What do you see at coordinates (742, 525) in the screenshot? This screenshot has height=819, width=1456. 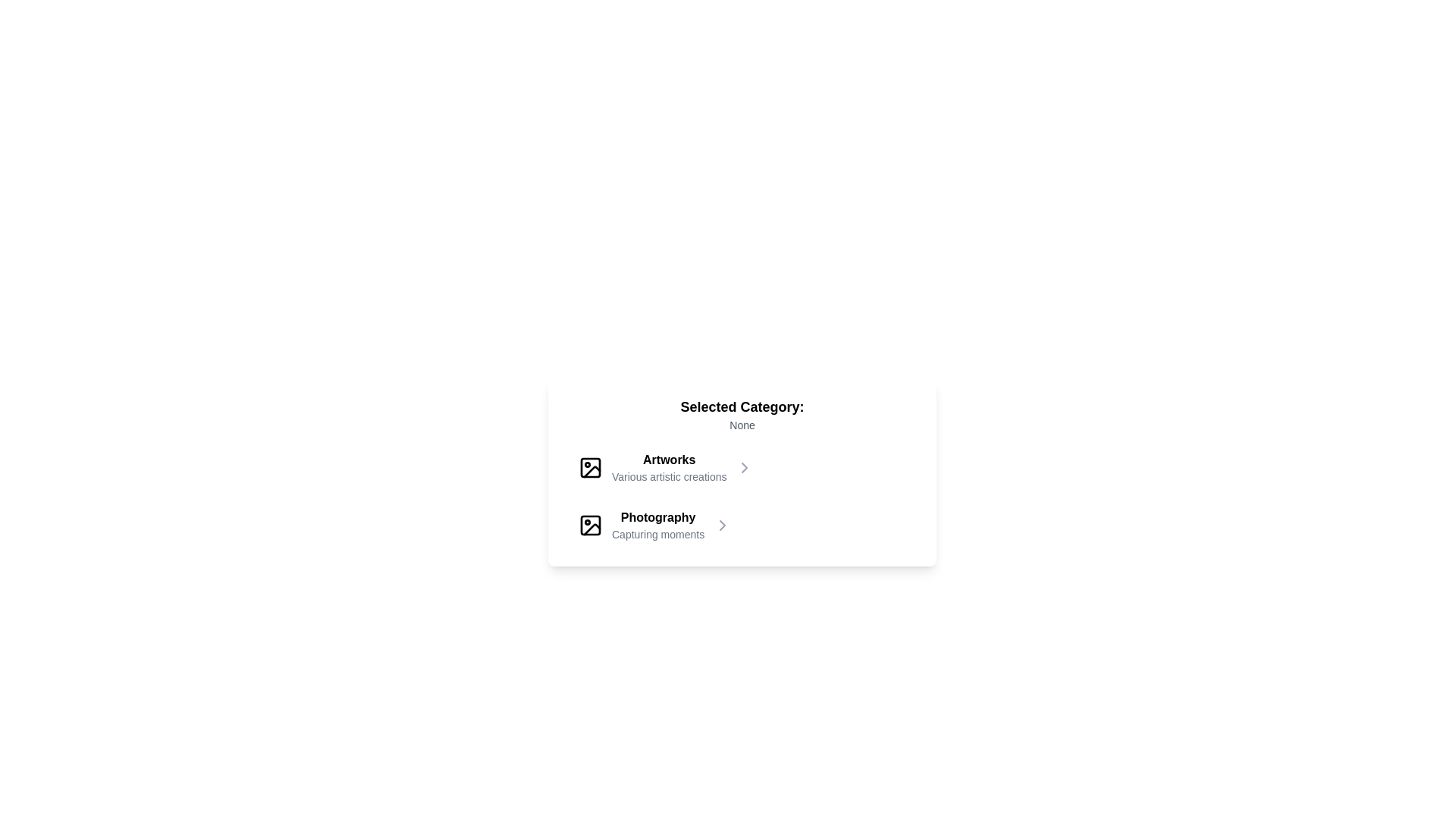 I see `the 'Photography' category button, which is the second item in a vertically stacked list of categories` at bounding box center [742, 525].